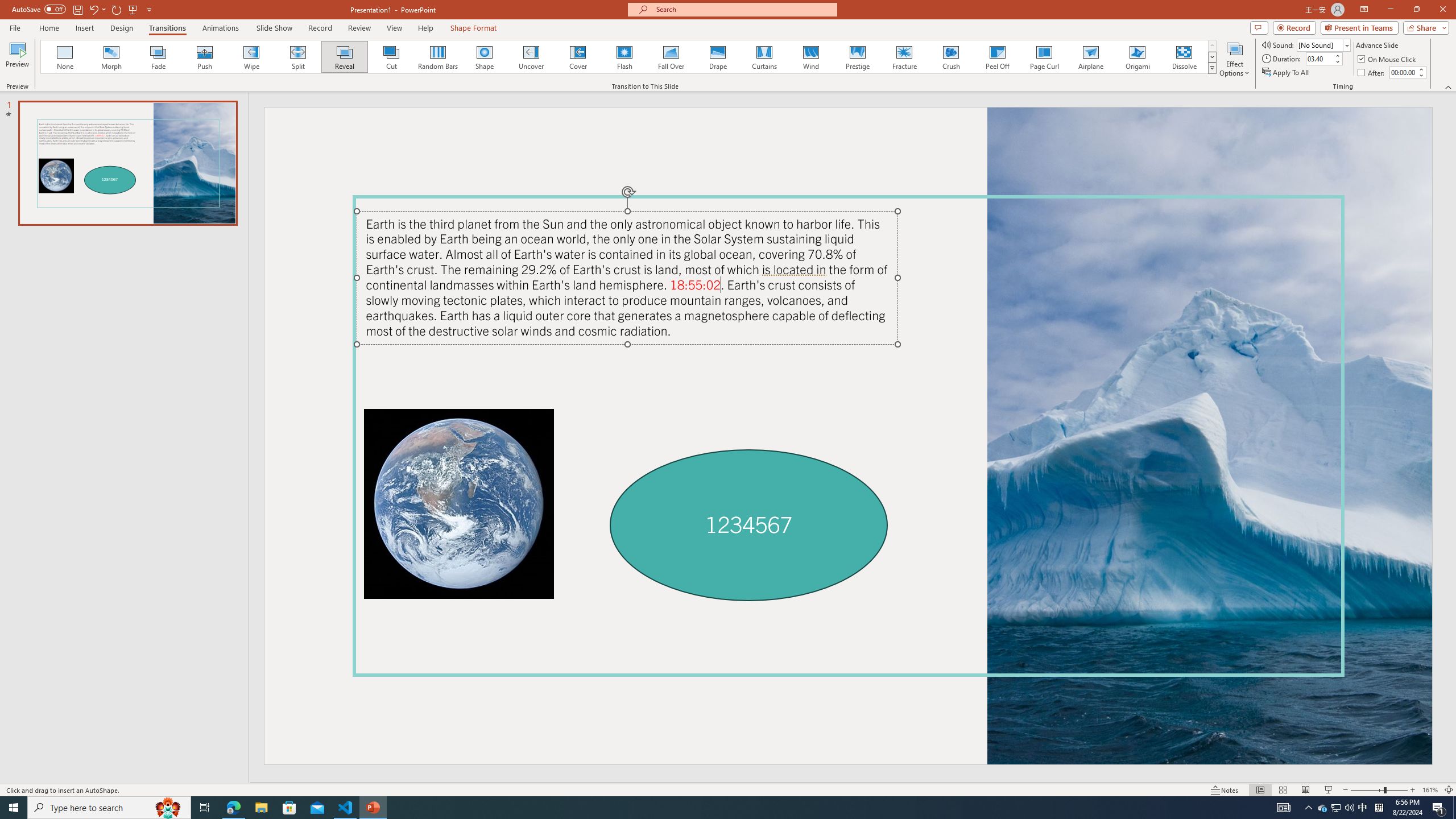  I want to click on 'Transition Effects', so click(1212, 67).